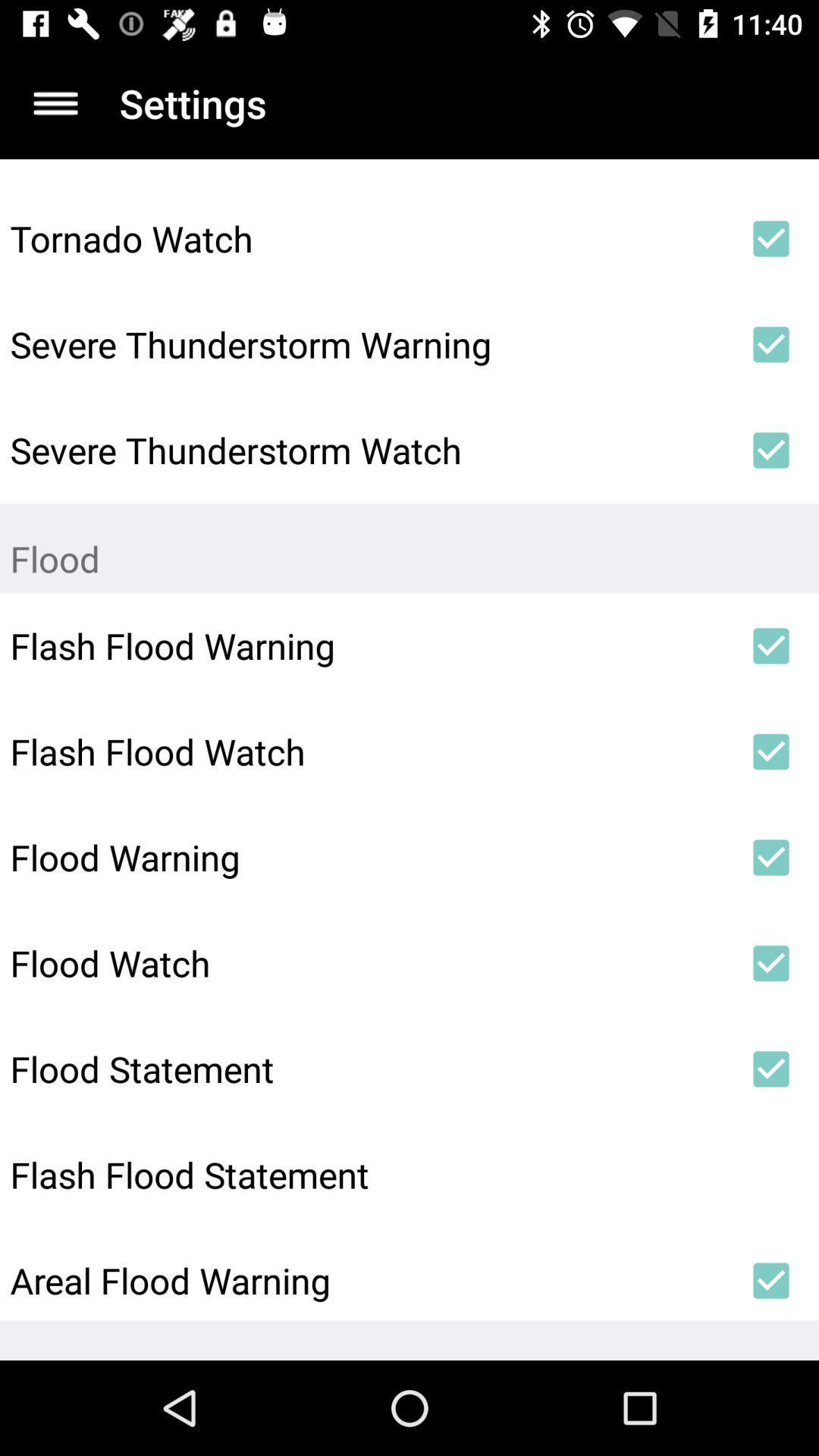 This screenshot has width=819, height=1456. Describe the element at coordinates (55, 102) in the screenshot. I see `item to the left of the settings icon` at that location.